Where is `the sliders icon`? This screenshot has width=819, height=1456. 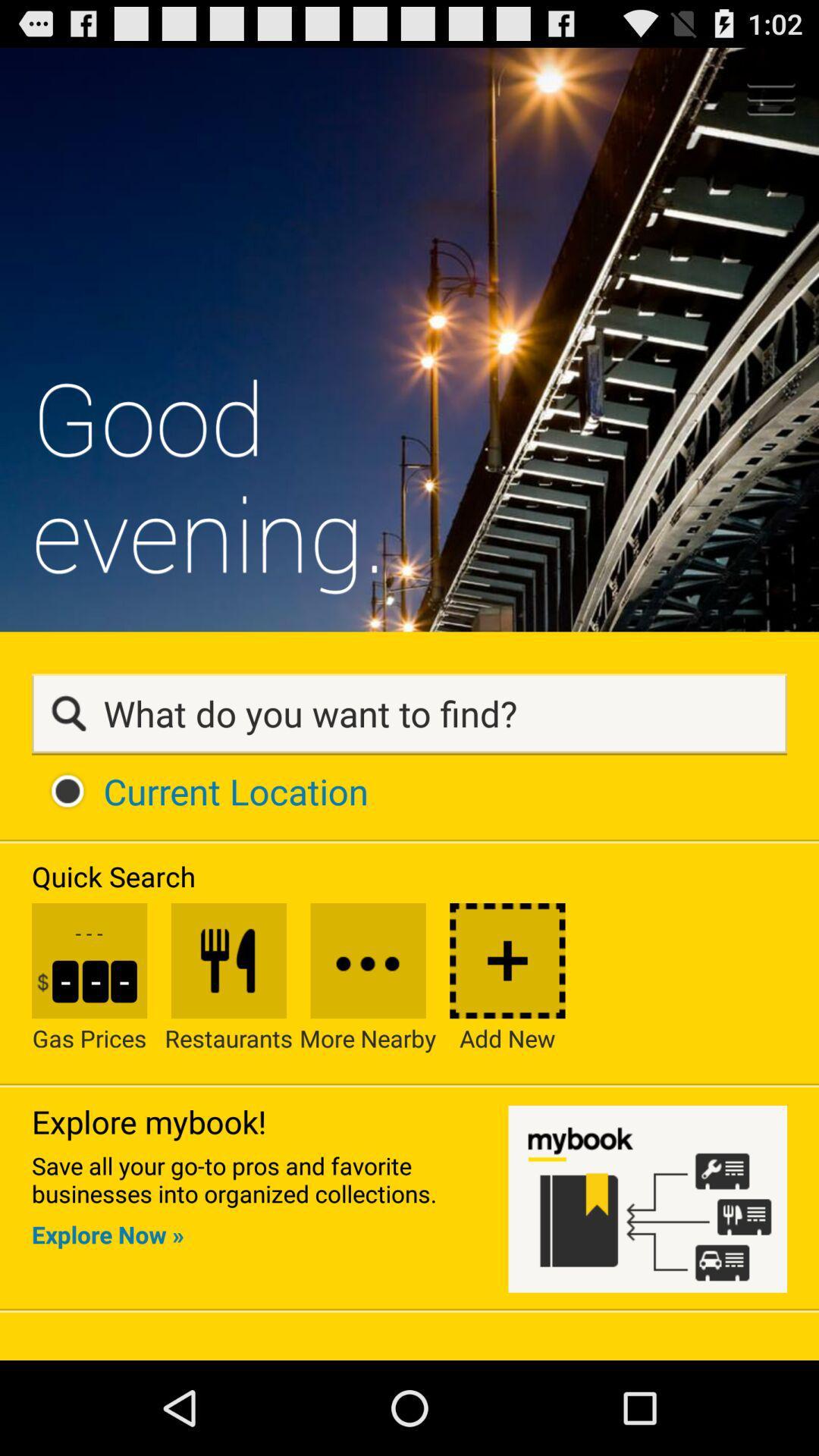 the sliders icon is located at coordinates (228, 1050).